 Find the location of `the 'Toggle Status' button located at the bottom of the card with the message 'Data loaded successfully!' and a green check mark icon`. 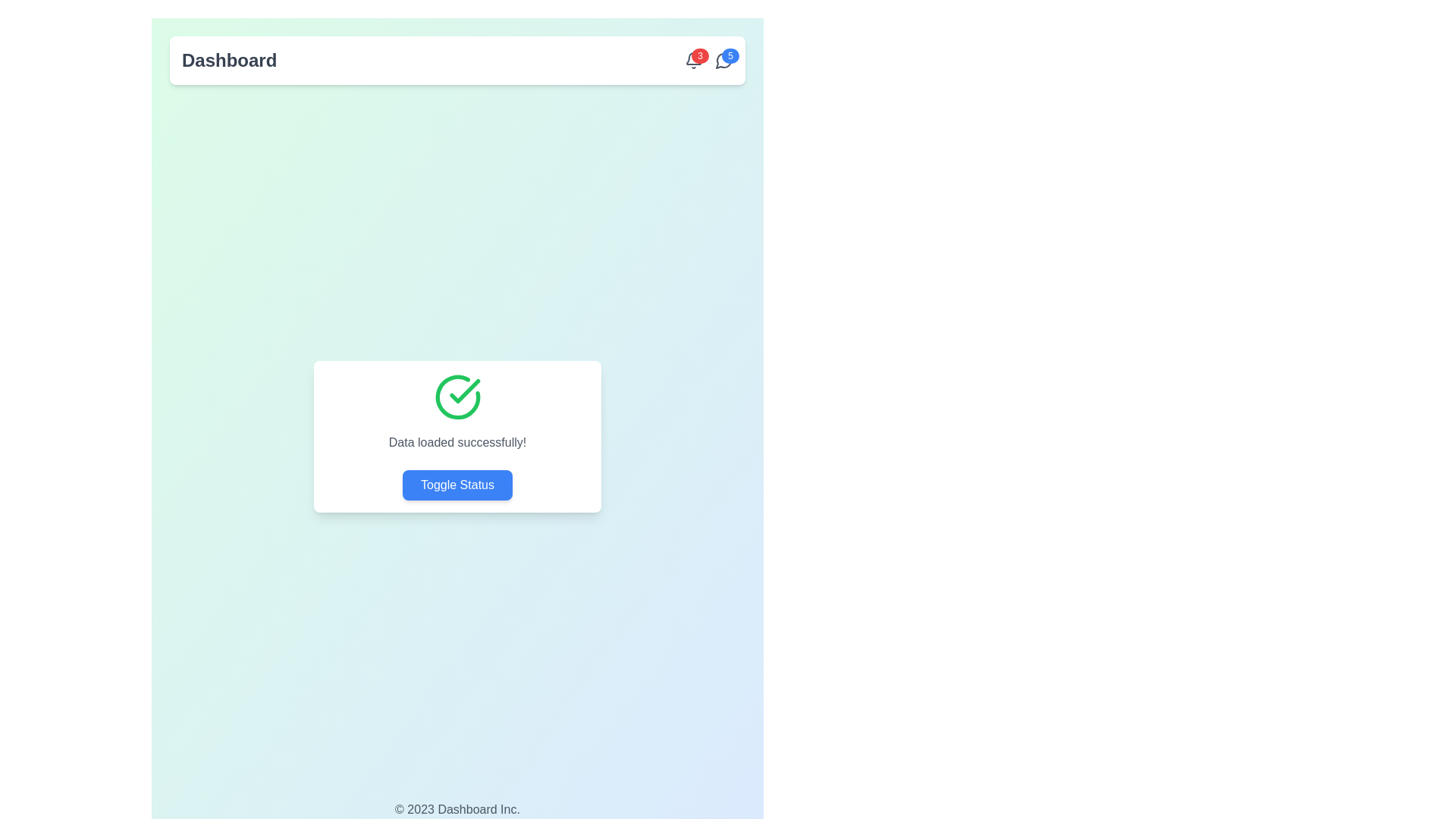

the 'Toggle Status' button located at the bottom of the card with the message 'Data loaded successfully!' and a green check mark icon is located at coordinates (457, 485).